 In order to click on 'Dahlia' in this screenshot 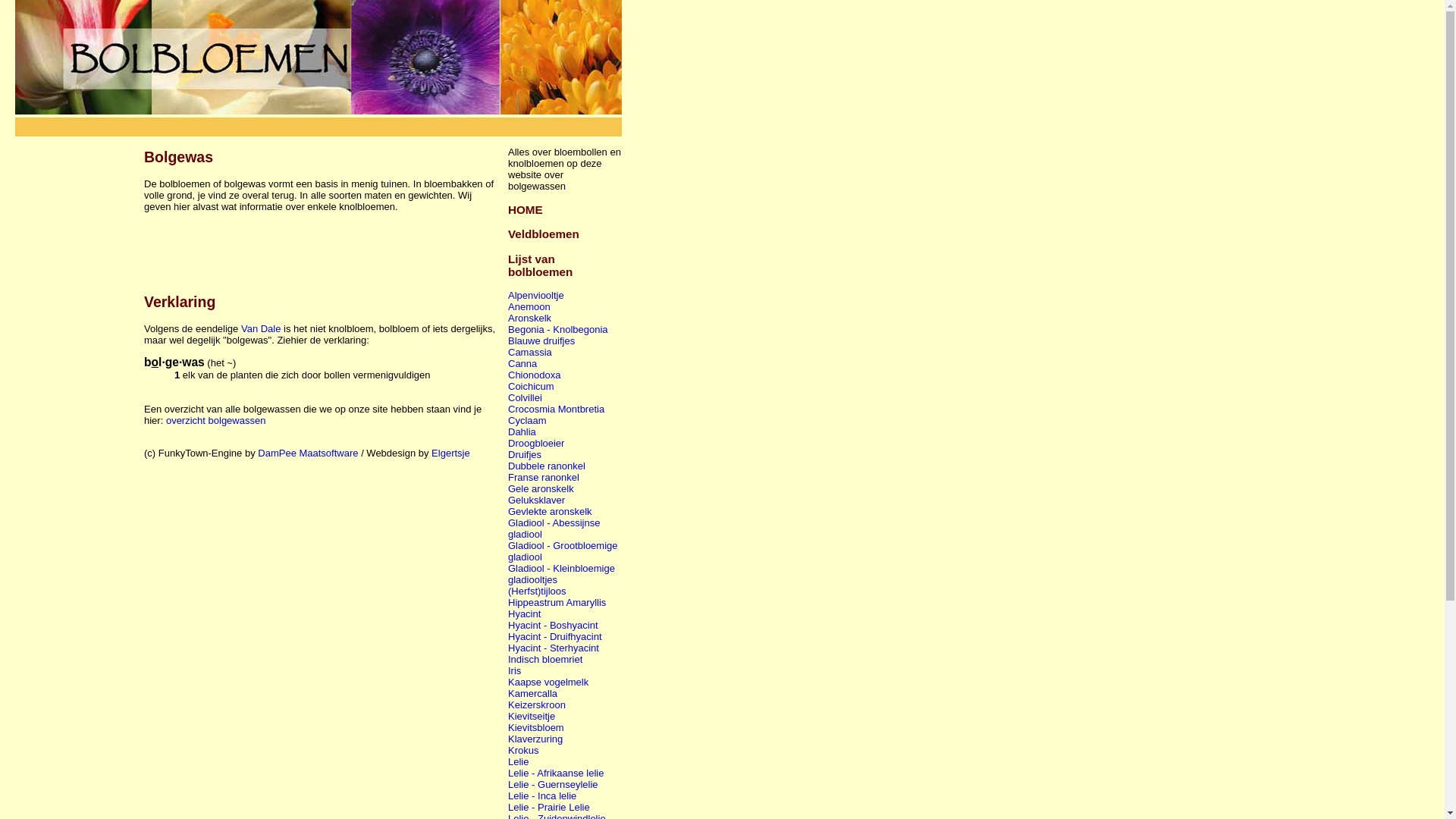, I will do `click(522, 431)`.